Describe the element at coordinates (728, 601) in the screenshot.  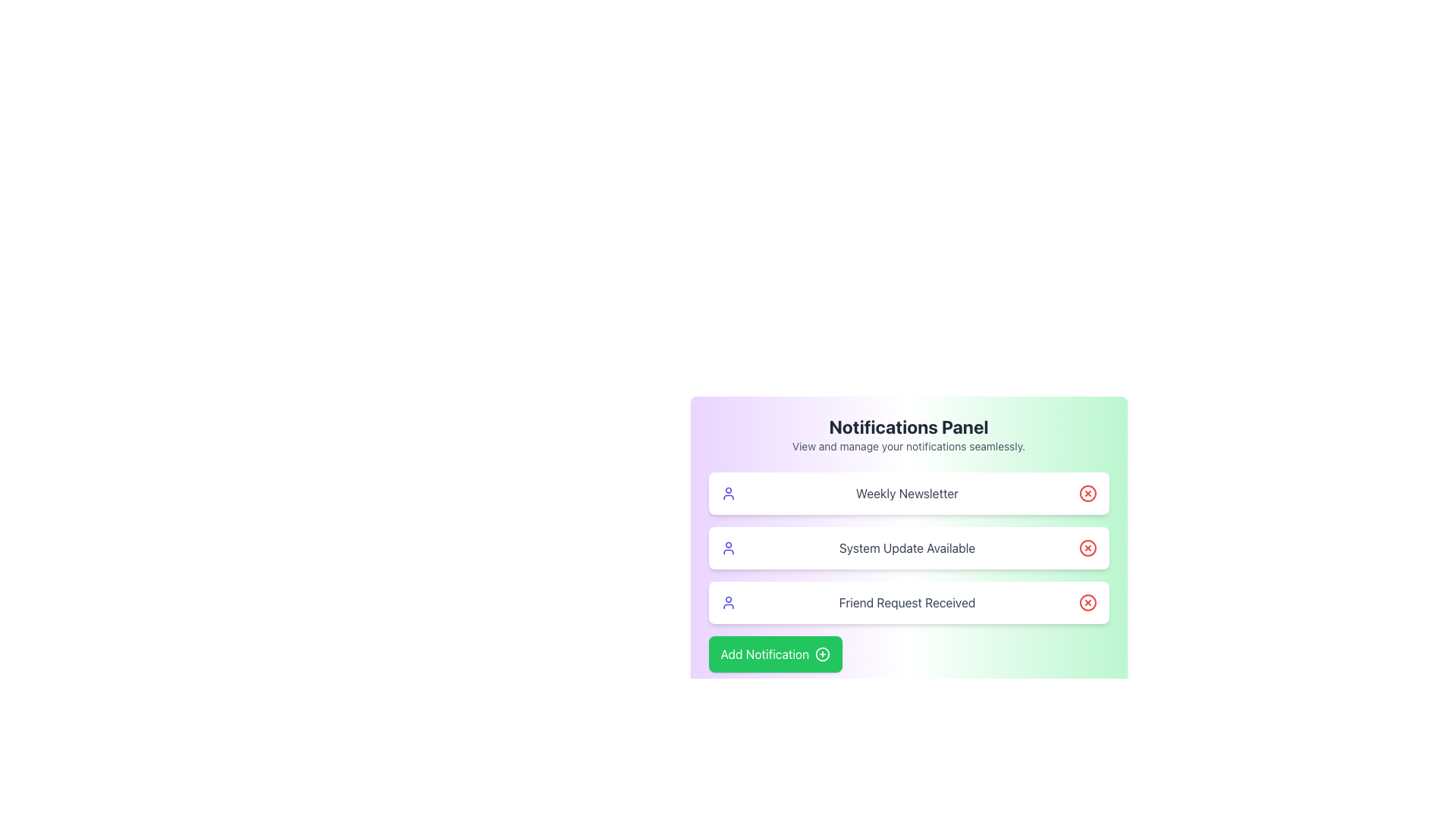
I see `the user icon element that represents notifications for friend requests, located at the far left of the 'Friend Request Received' notification item` at that location.